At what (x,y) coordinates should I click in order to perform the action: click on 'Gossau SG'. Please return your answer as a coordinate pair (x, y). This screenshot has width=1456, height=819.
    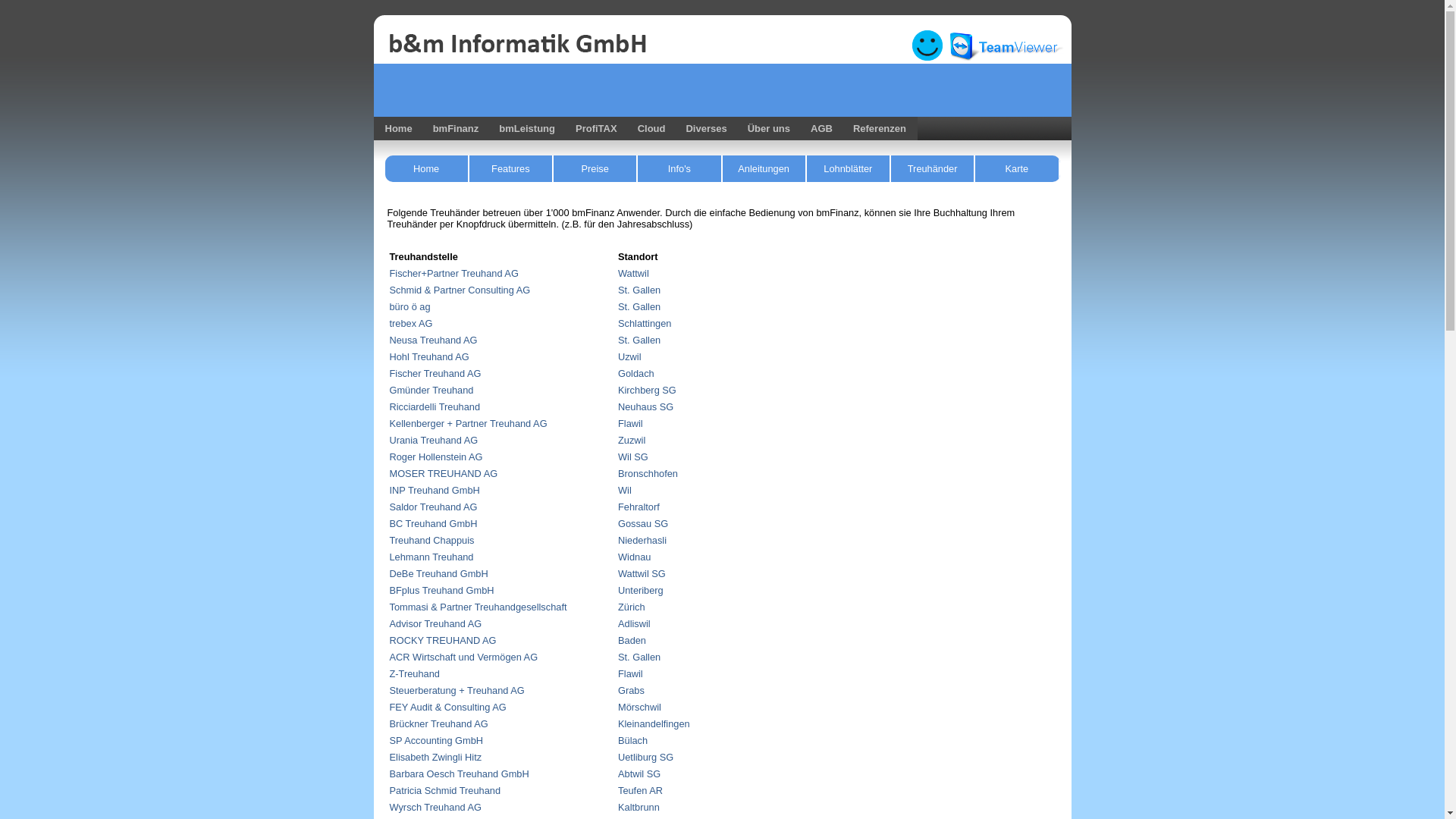
    Looking at the image, I should click on (643, 522).